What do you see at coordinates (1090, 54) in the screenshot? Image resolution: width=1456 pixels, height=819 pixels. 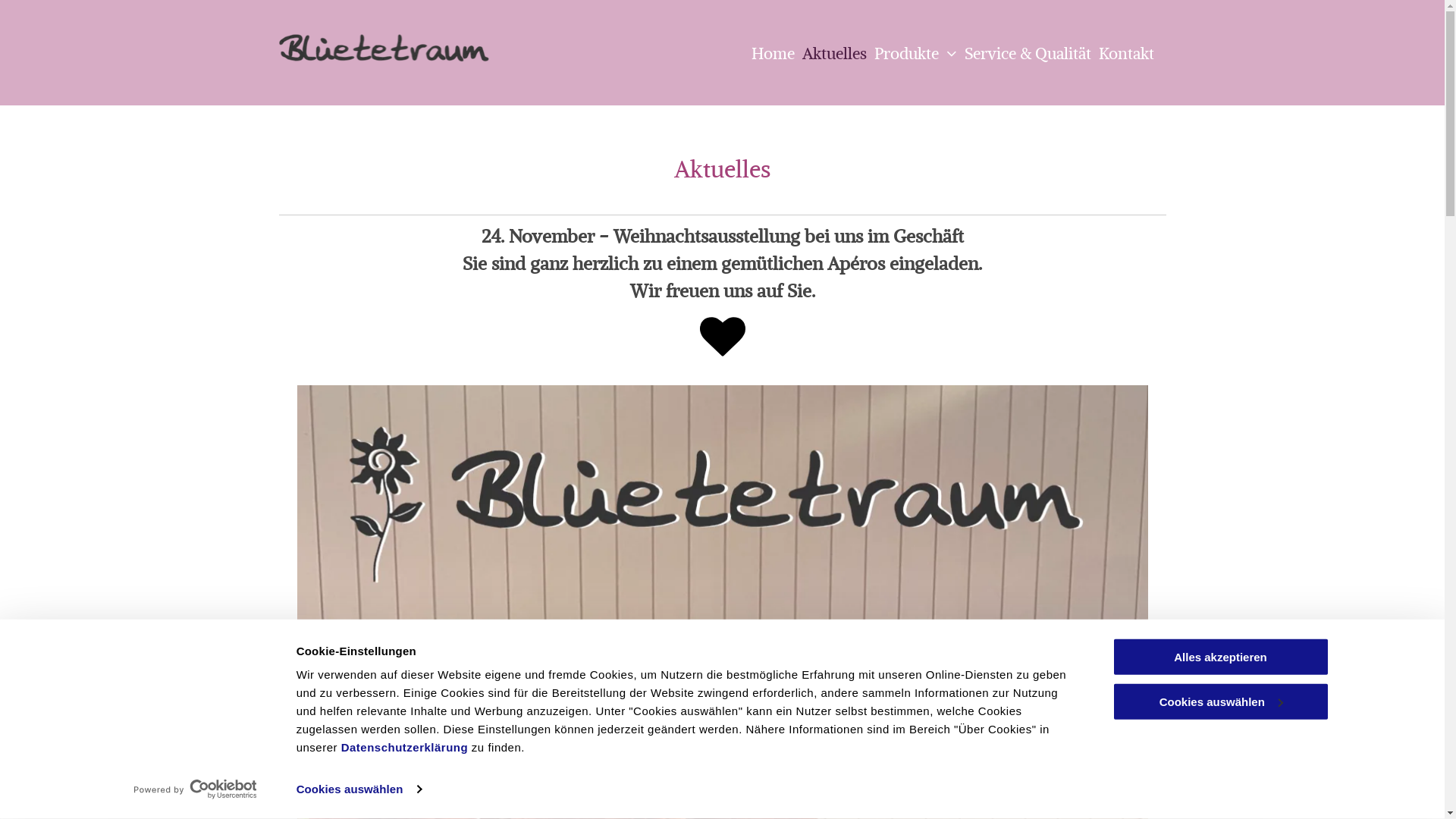 I see `'Kontakt'` at bounding box center [1090, 54].